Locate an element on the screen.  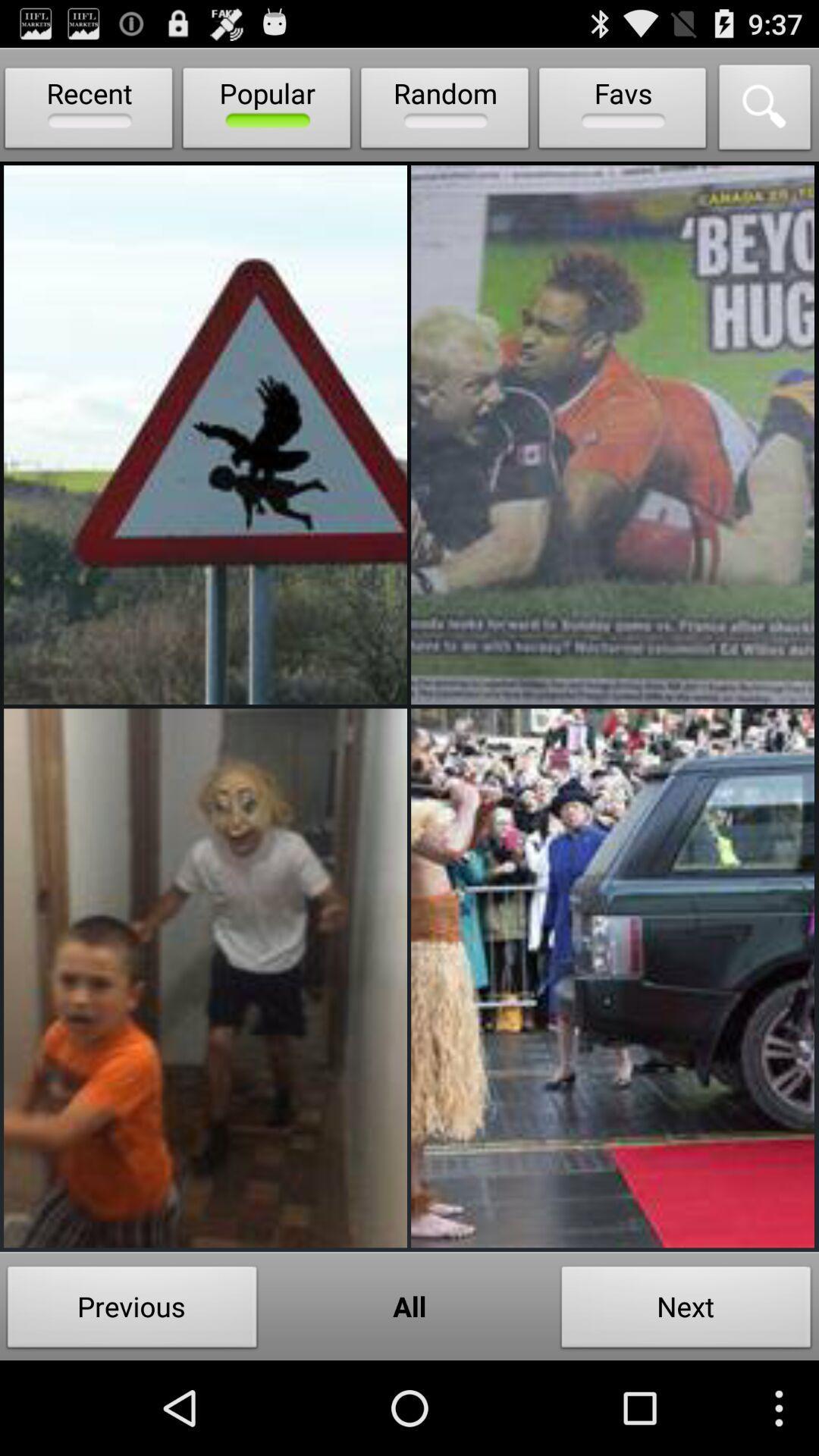
the recent item is located at coordinates (89, 111).